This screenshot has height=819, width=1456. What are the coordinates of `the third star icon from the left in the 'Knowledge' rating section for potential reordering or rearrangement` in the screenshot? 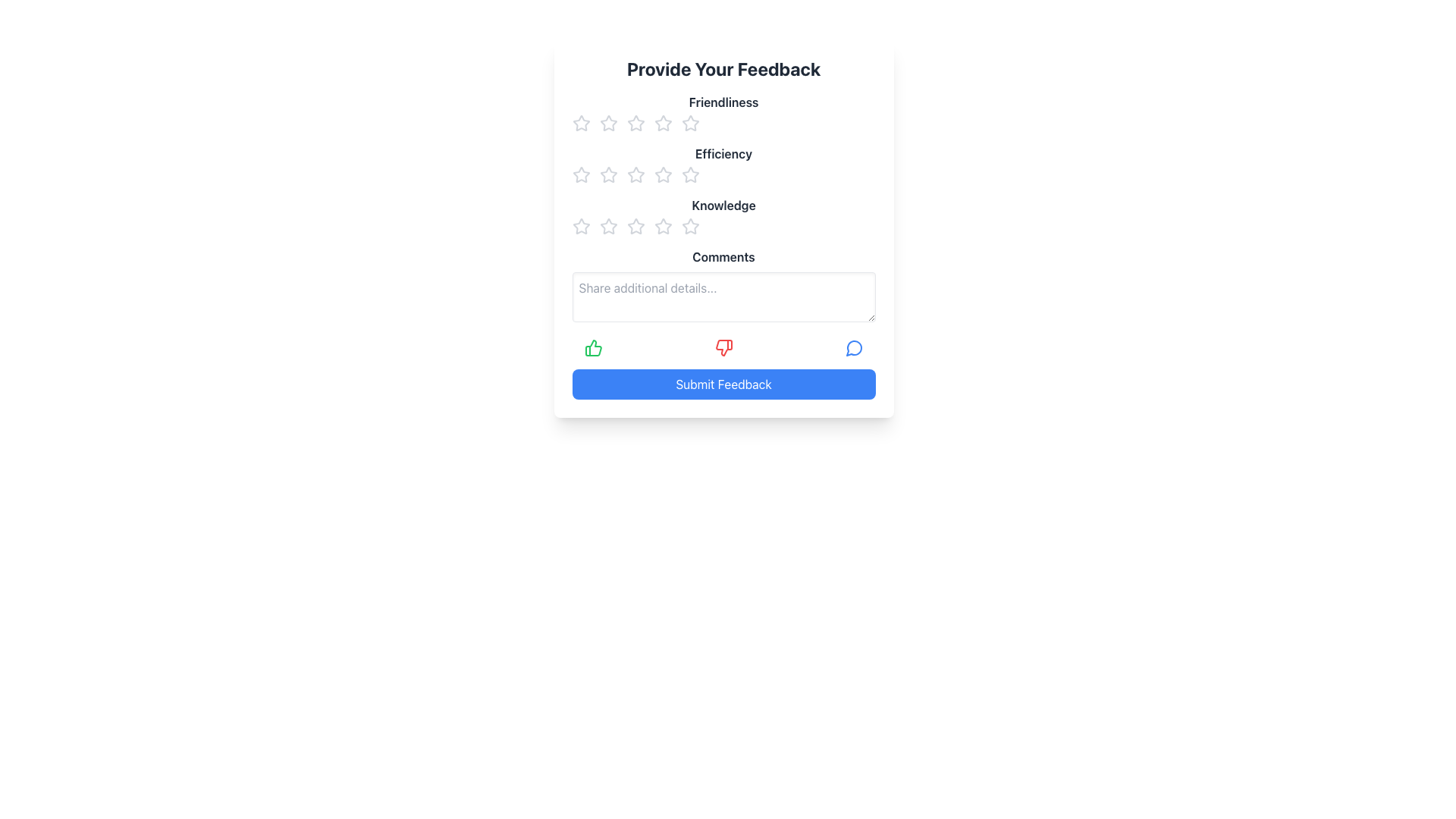 It's located at (689, 226).